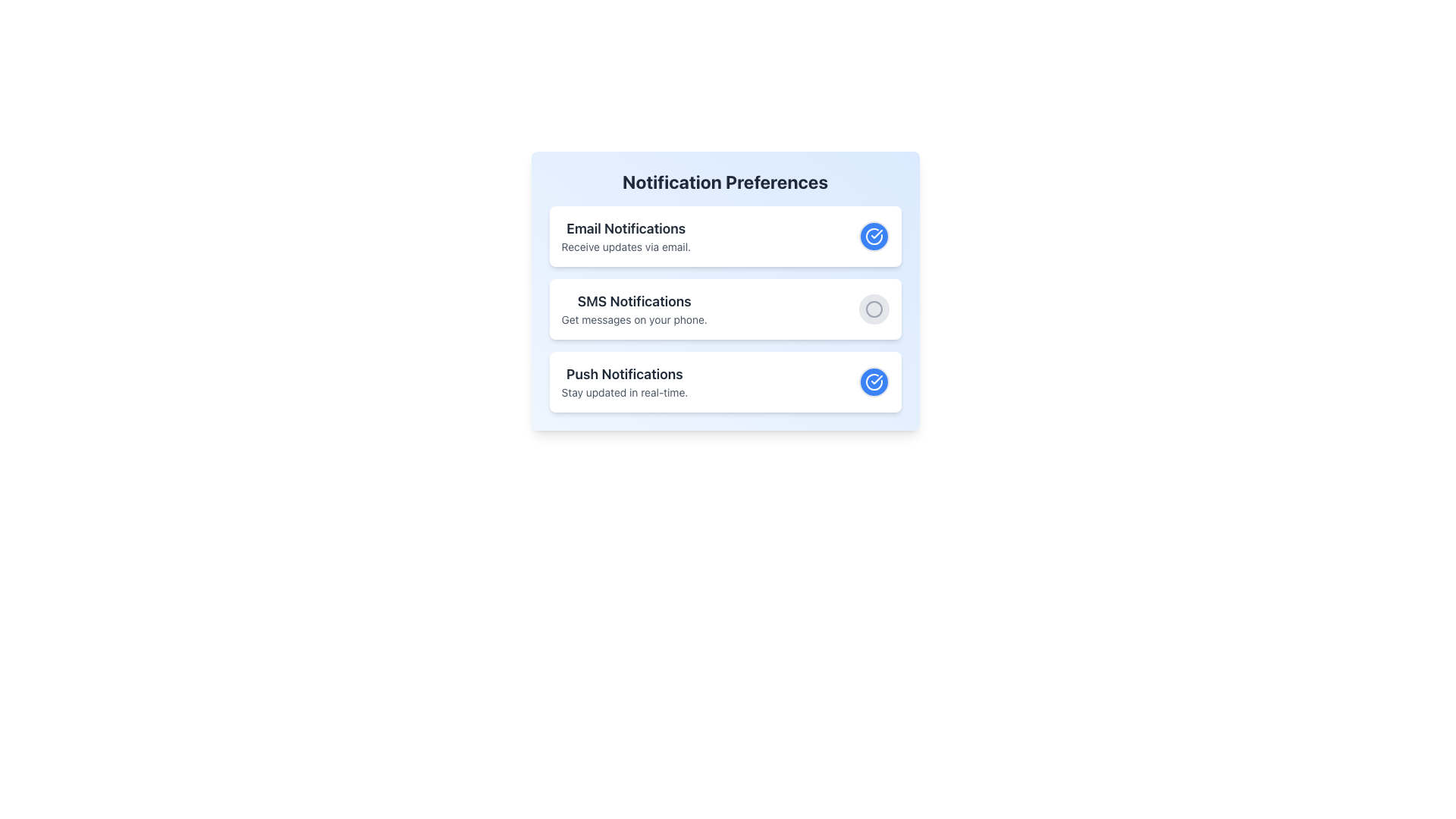 This screenshot has width=1456, height=819. Describe the element at coordinates (634, 301) in the screenshot. I see `text of the 'SMS Notifications' label, which is the header for the SMS notifications option in the notification preferences settings` at that location.